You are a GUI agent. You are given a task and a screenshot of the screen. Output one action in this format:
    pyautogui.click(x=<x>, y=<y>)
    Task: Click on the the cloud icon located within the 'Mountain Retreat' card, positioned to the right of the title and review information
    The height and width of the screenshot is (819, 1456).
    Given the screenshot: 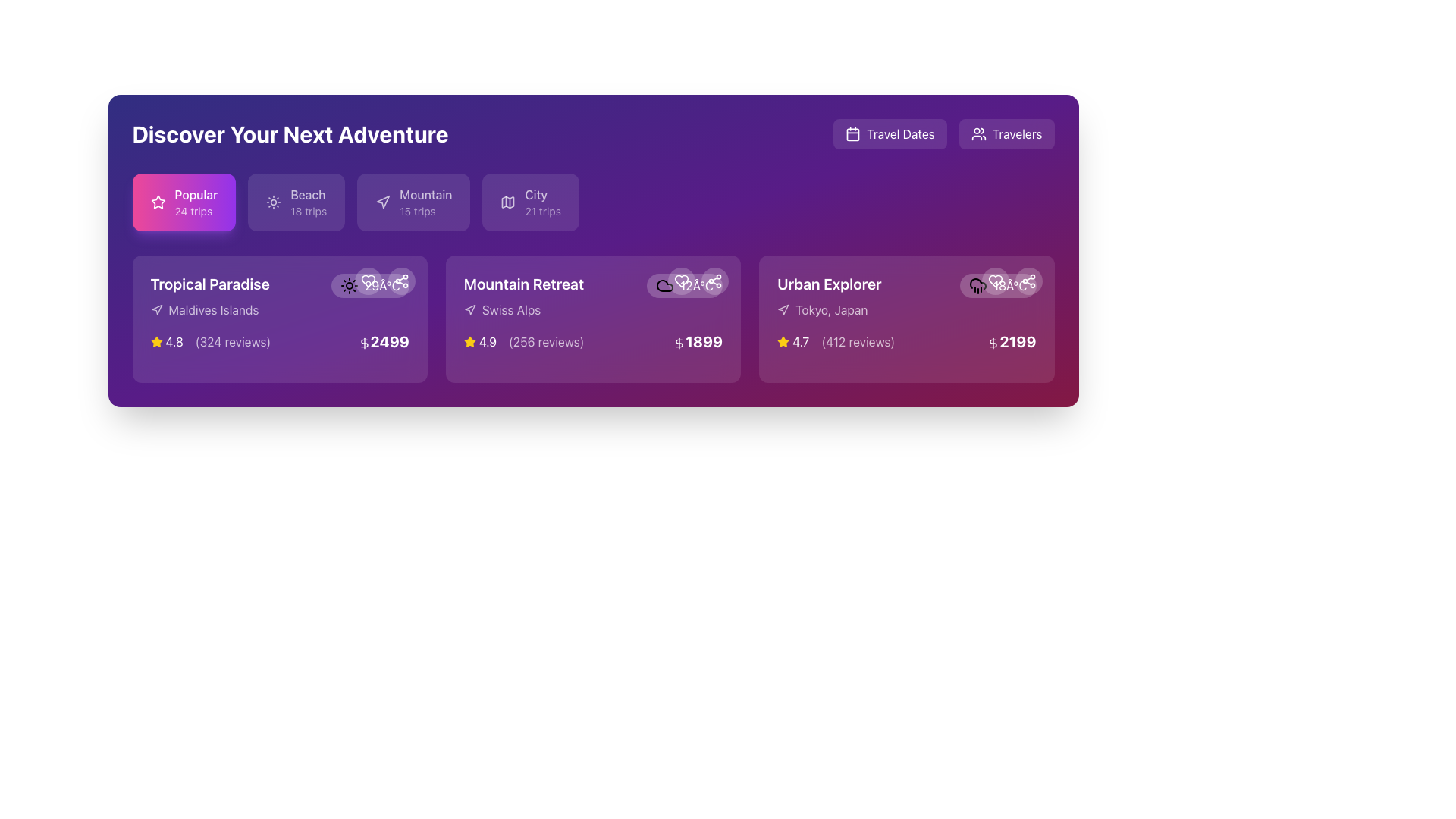 What is the action you would take?
    pyautogui.click(x=665, y=286)
    